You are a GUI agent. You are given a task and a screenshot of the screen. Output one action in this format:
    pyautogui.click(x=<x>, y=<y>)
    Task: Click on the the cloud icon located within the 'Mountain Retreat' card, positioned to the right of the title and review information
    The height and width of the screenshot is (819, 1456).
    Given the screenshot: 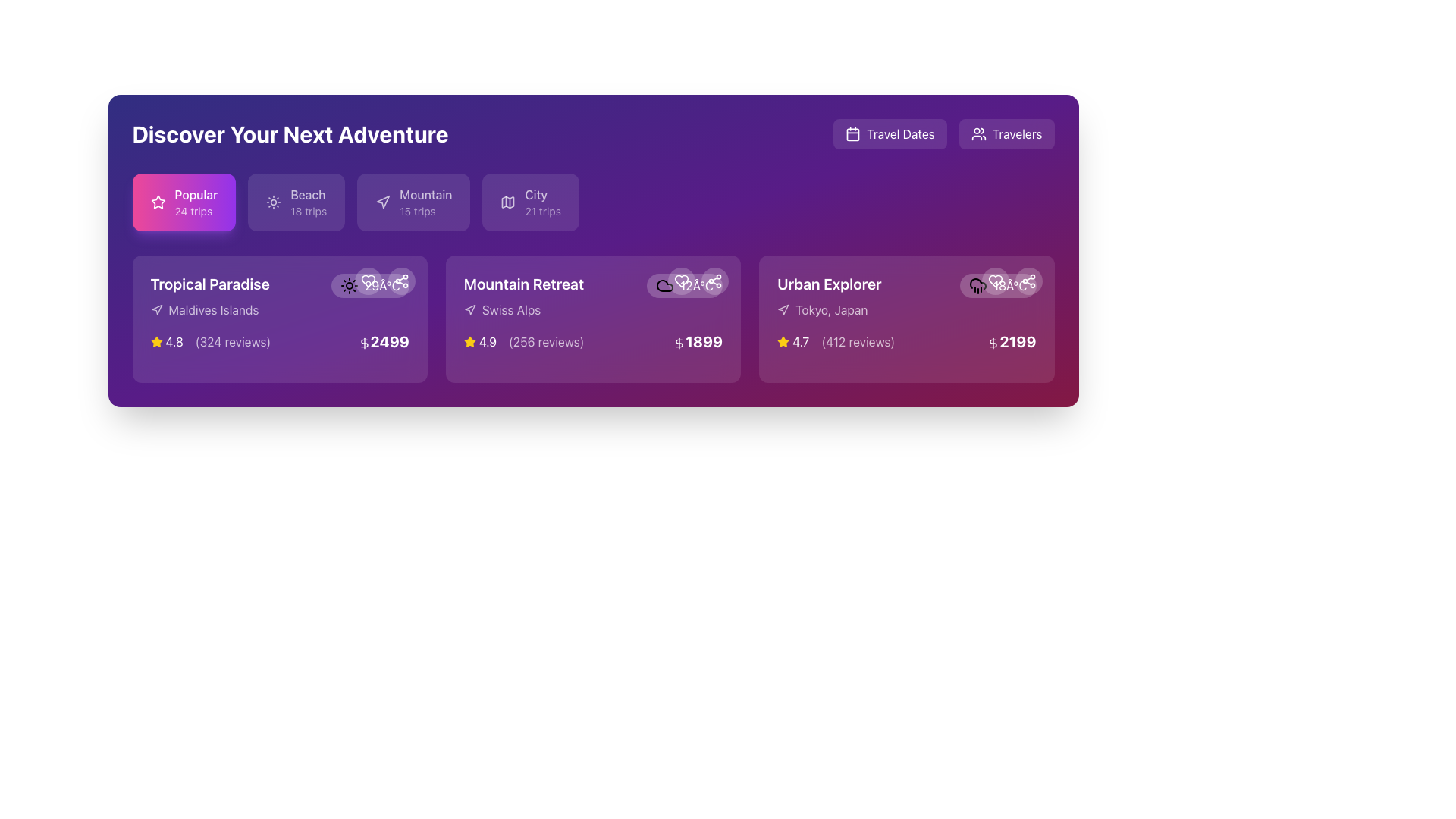 What is the action you would take?
    pyautogui.click(x=665, y=286)
    